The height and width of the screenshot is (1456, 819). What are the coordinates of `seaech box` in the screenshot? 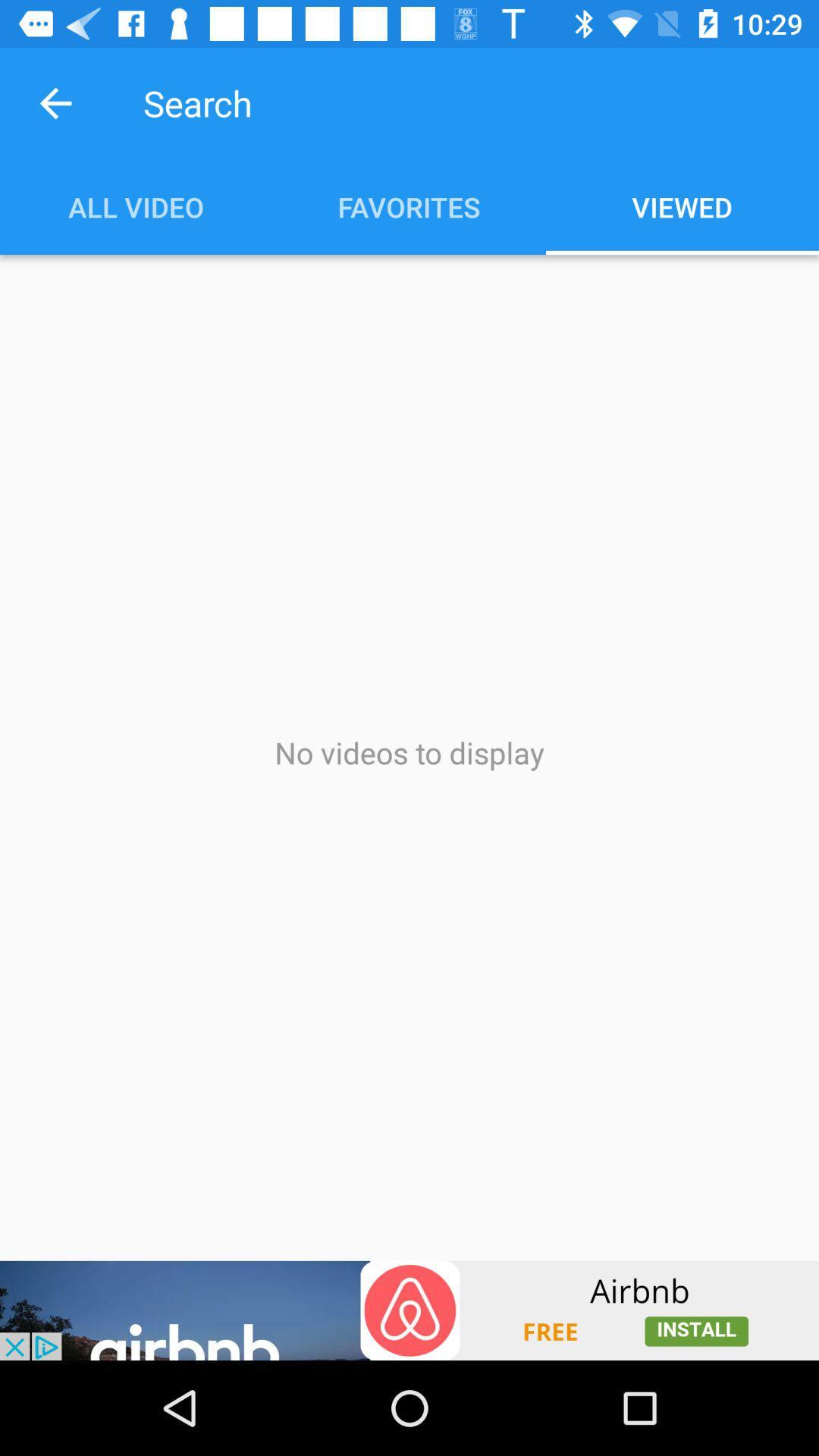 It's located at (430, 102).